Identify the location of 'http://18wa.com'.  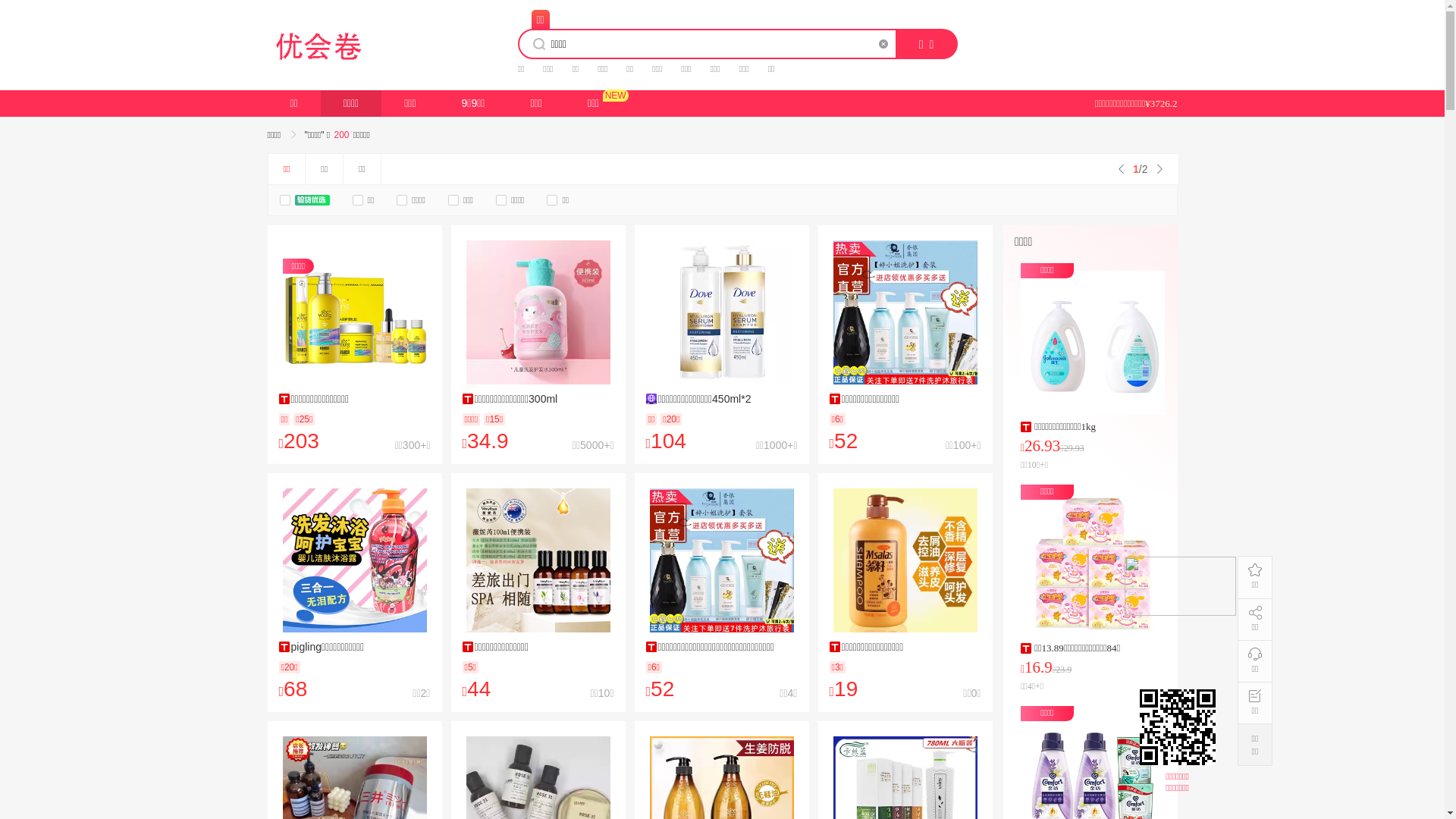
(1178, 726).